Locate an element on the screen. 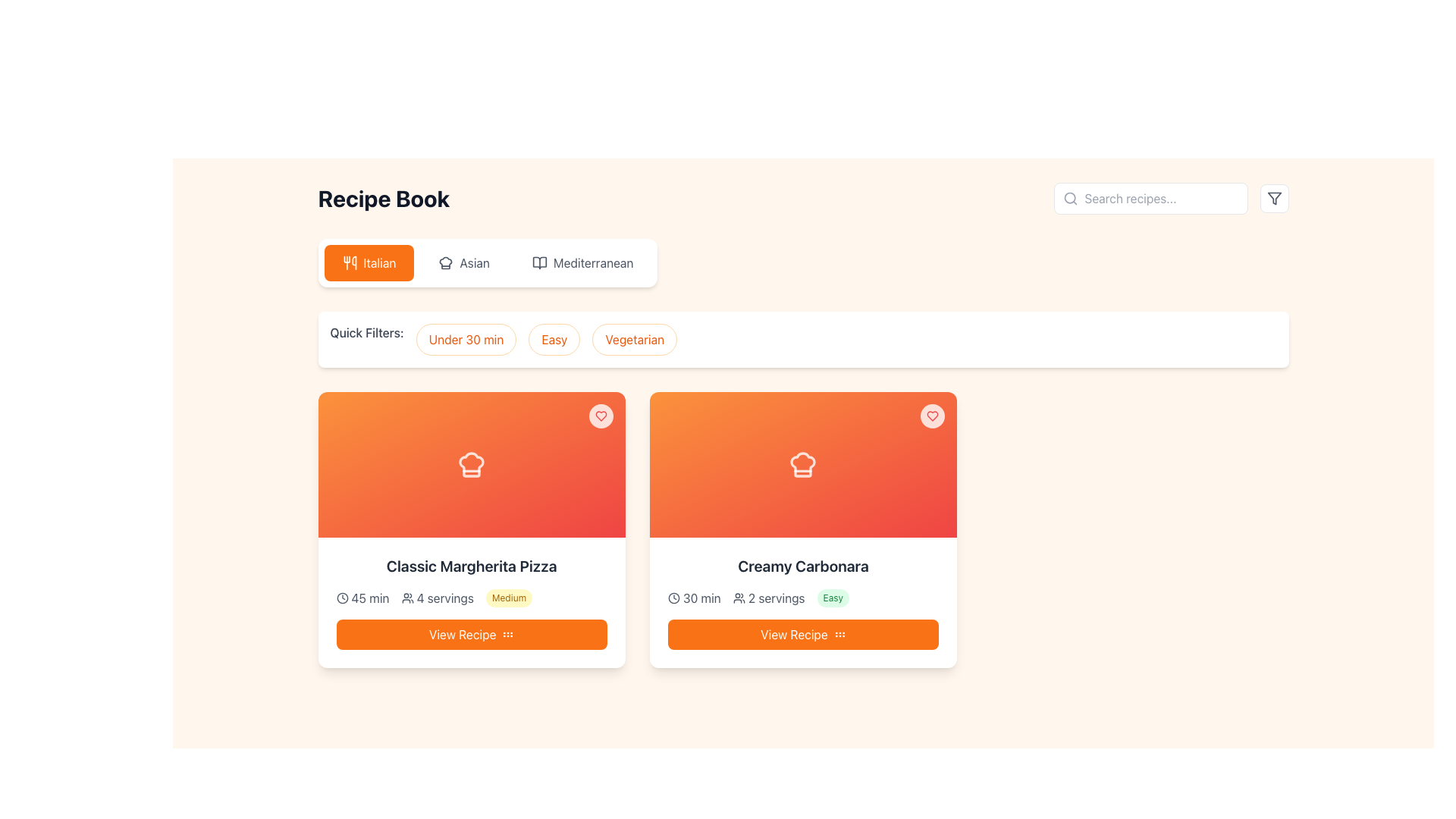 Image resolution: width=1456 pixels, height=819 pixels. the displayed information on the Informational Label that includes the clock icon with '45 min', user icon with '4 servings', and the yellow badge with 'Medium' is located at coordinates (471, 598).